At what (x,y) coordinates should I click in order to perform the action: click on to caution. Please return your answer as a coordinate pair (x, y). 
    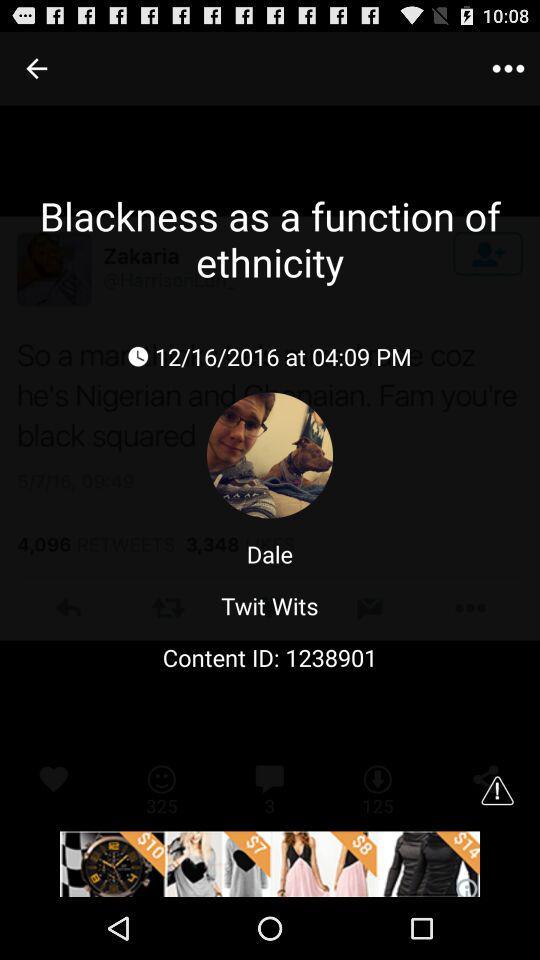
    Looking at the image, I should click on (496, 790).